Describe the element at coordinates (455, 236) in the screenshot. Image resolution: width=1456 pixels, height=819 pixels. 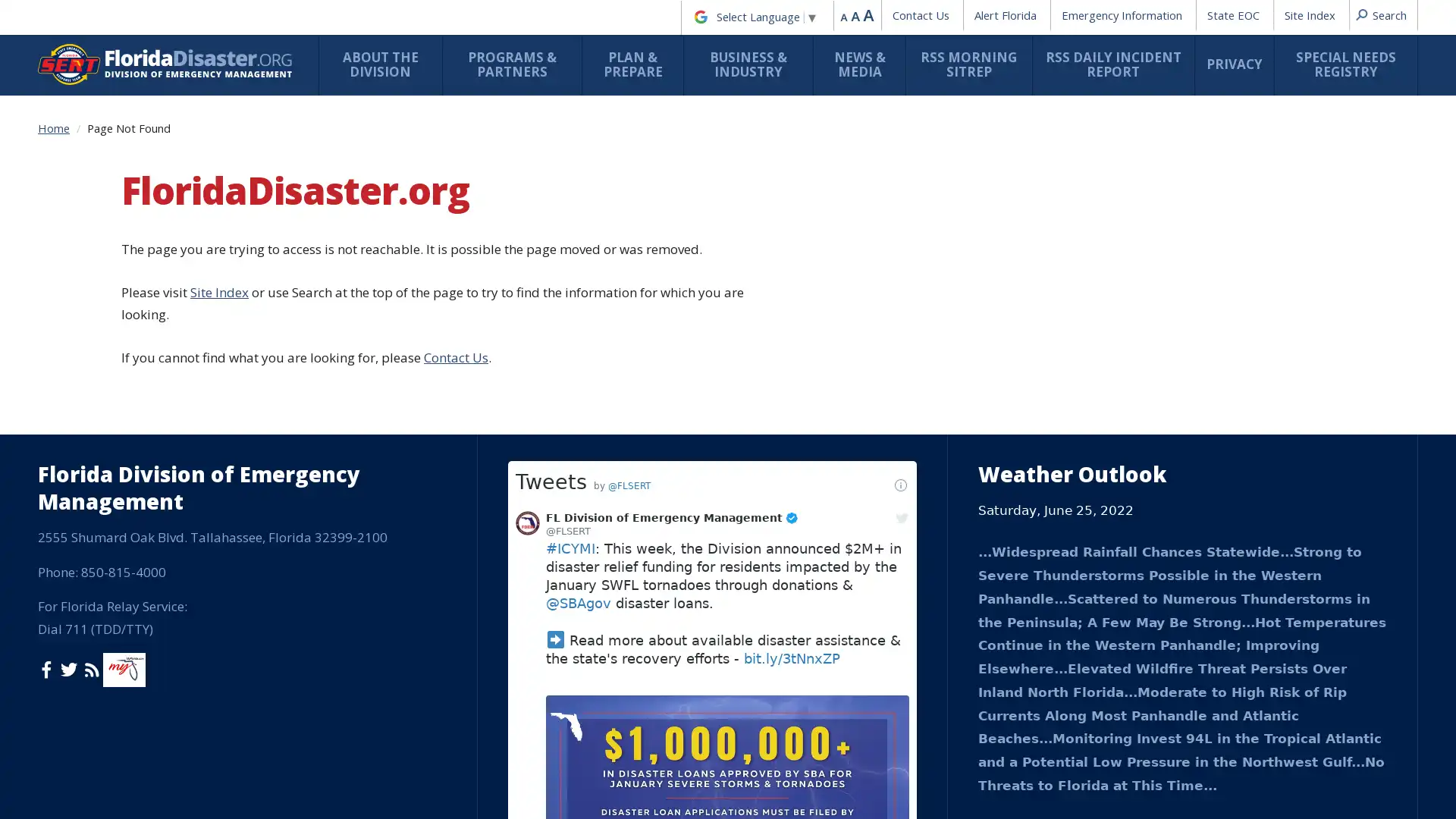
I see `Toggle More` at that location.